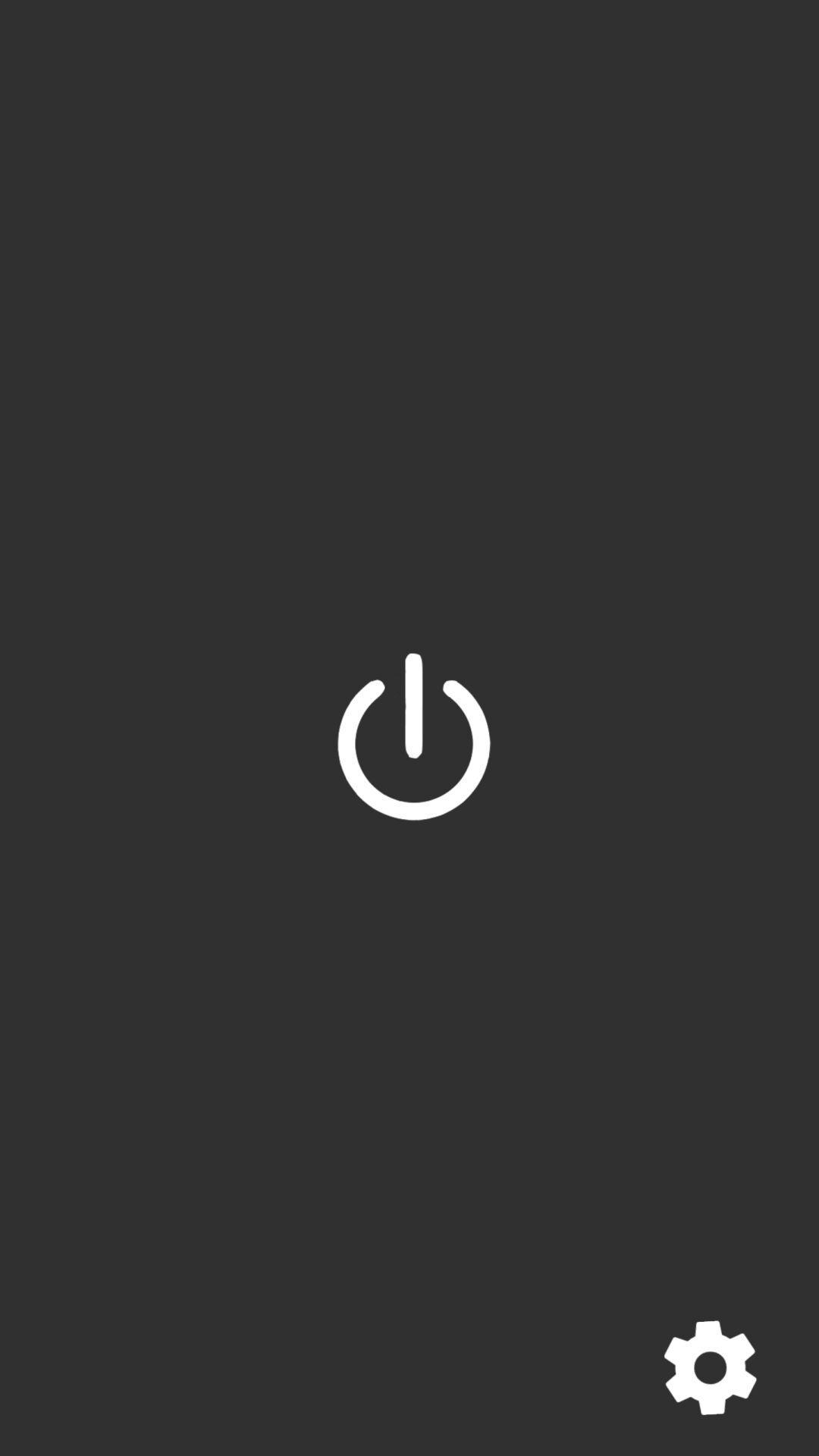 This screenshot has height=1456, width=819. Describe the element at coordinates (710, 1367) in the screenshot. I see `the settings icon` at that location.